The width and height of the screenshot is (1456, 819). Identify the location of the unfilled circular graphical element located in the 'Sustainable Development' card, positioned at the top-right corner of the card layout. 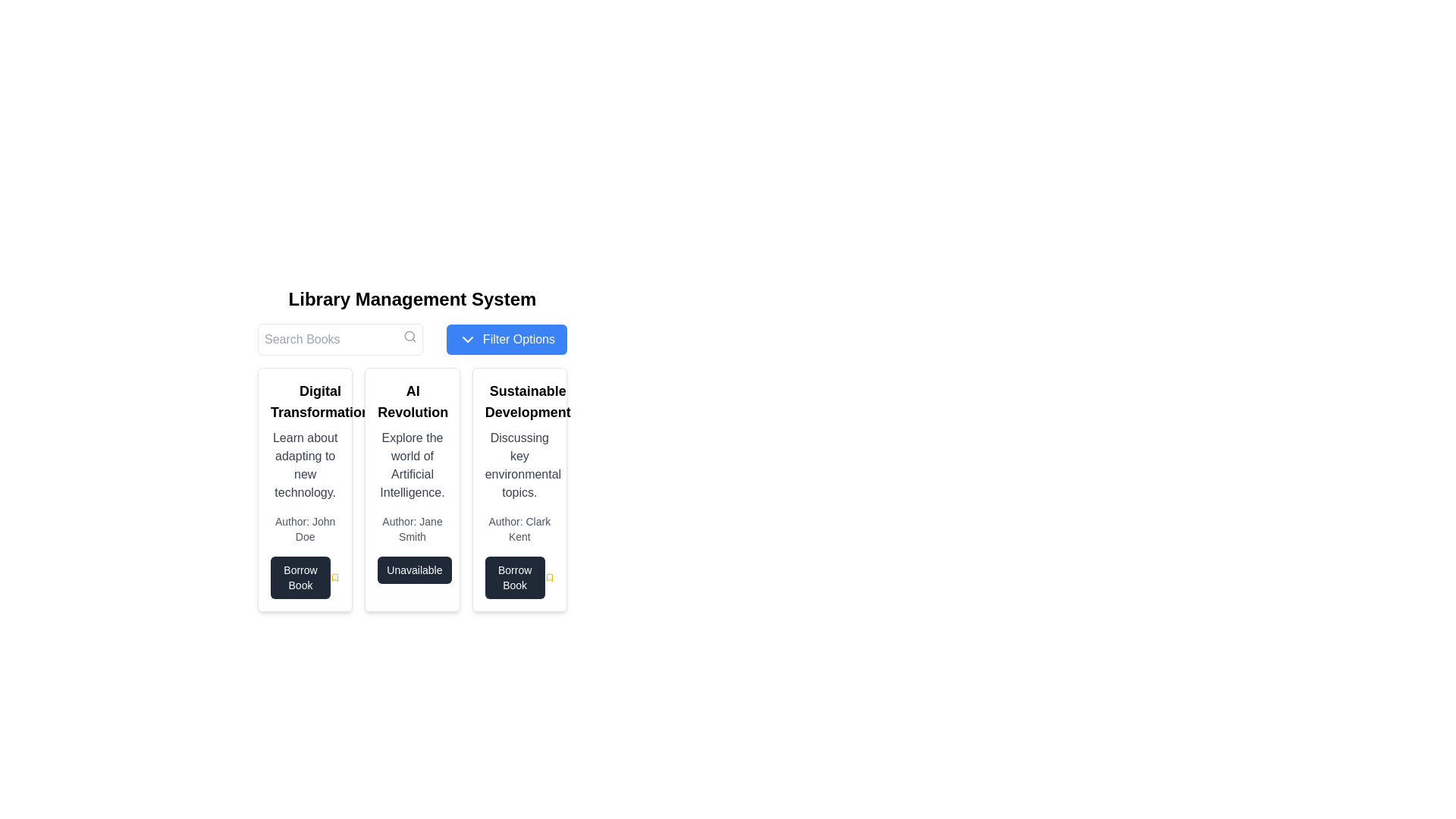
(579, 388).